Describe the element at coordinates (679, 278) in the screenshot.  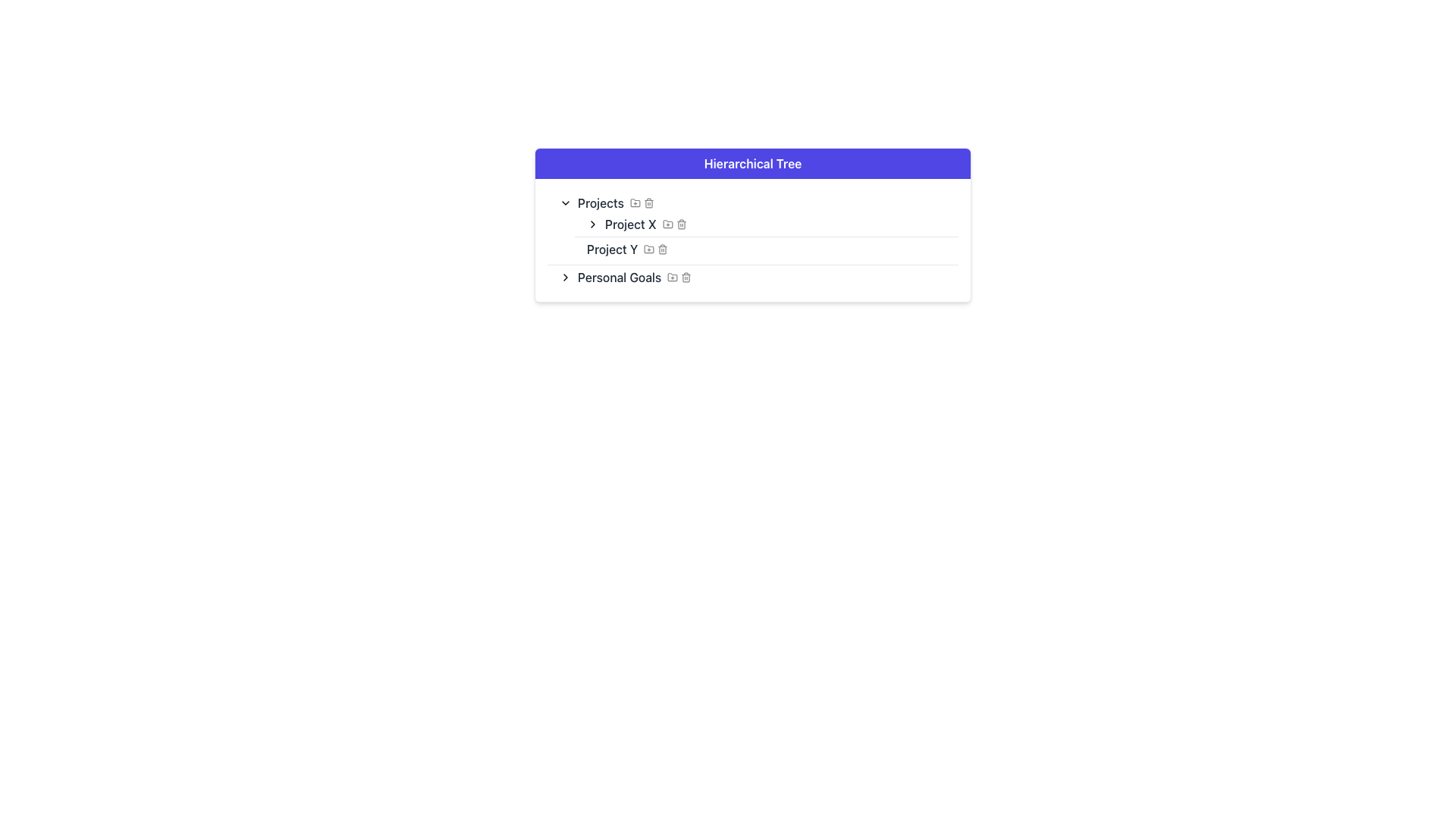
I see `the folder-plus icon in the dual-icon component for 'Personal Goals' to change its color to blue` at that location.